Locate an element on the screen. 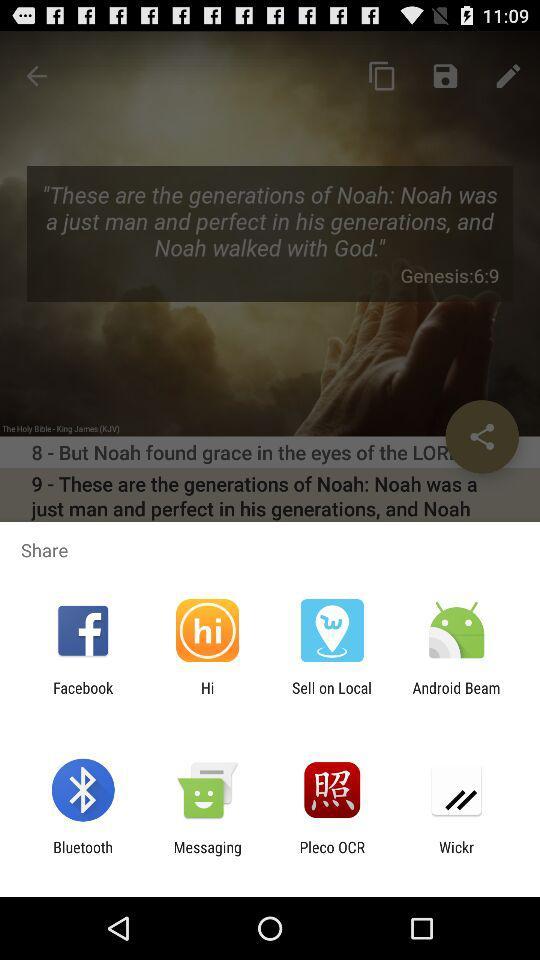 The width and height of the screenshot is (540, 960). icon to the right of pleco ocr app is located at coordinates (456, 855).